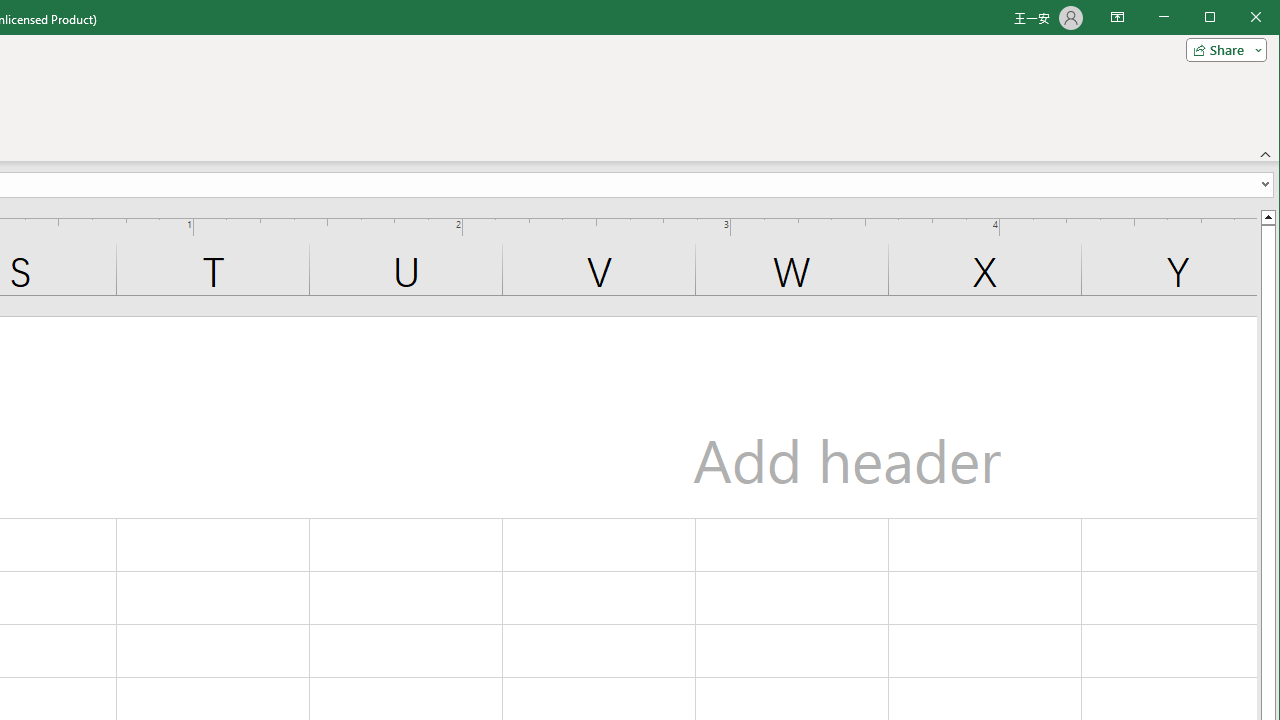 This screenshot has width=1280, height=720. I want to click on 'Share', so click(1221, 49).